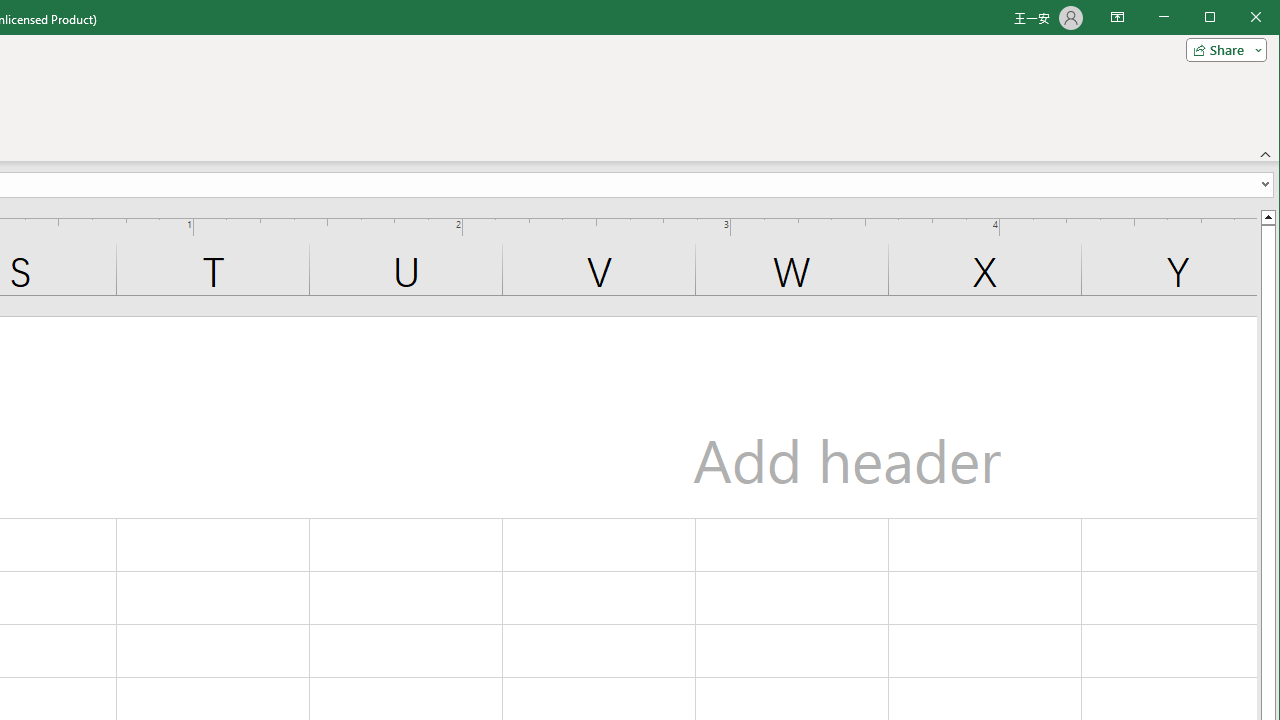 This screenshot has width=1280, height=720. I want to click on 'Share', so click(1221, 49).